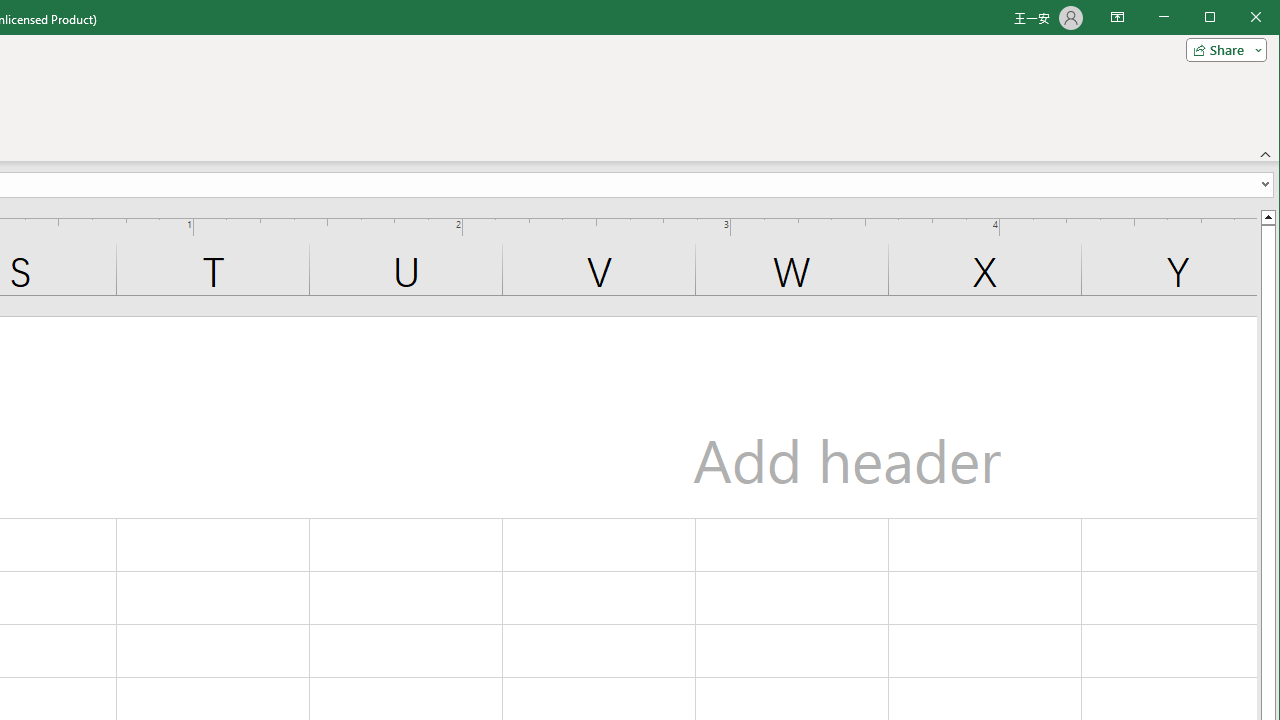 This screenshot has width=1280, height=720. I want to click on 'Share', so click(1221, 49).